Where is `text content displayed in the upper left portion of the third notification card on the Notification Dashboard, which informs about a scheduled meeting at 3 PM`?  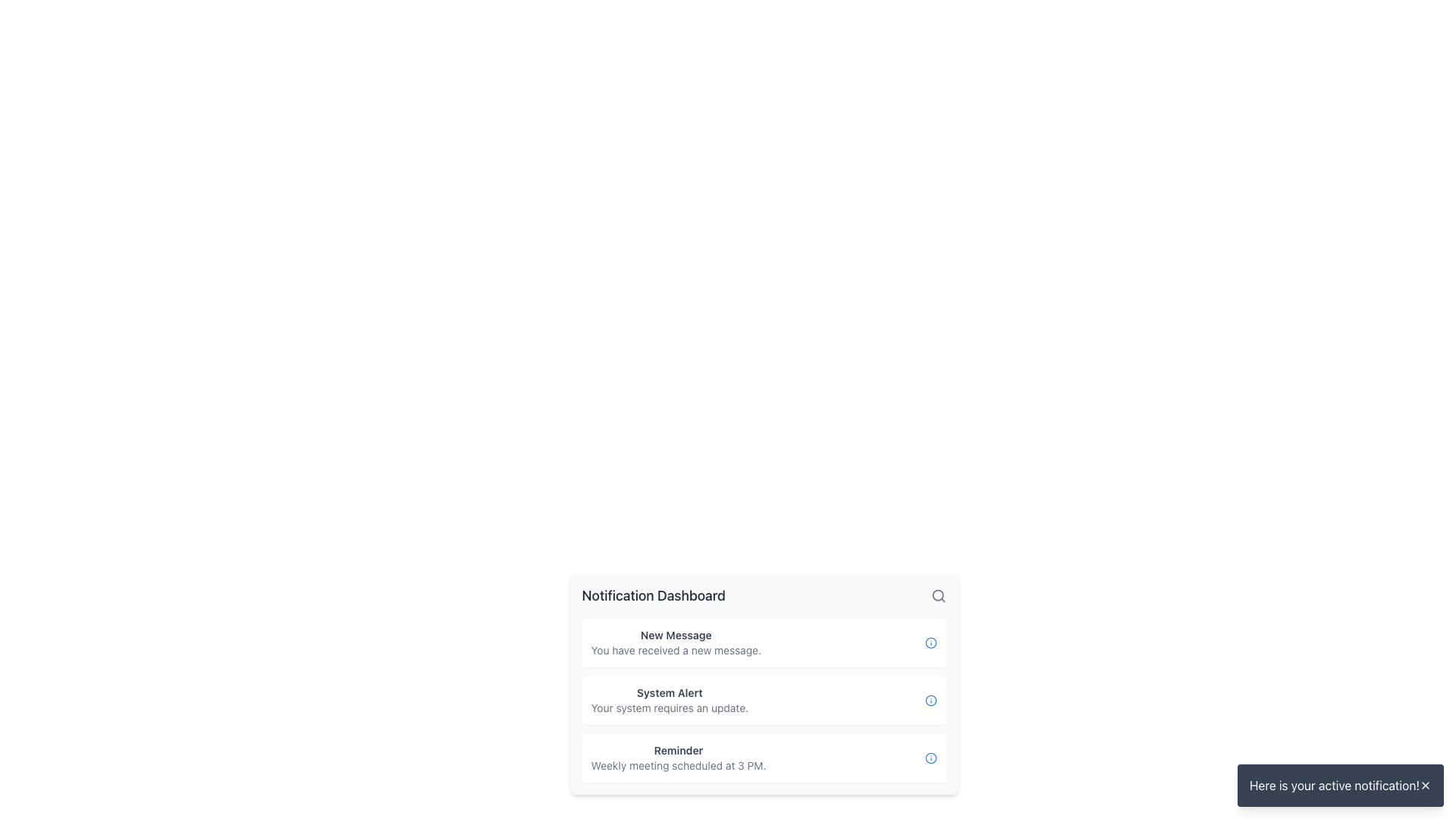 text content displayed in the upper left portion of the third notification card on the Notification Dashboard, which informs about a scheduled meeting at 3 PM is located at coordinates (677, 758).